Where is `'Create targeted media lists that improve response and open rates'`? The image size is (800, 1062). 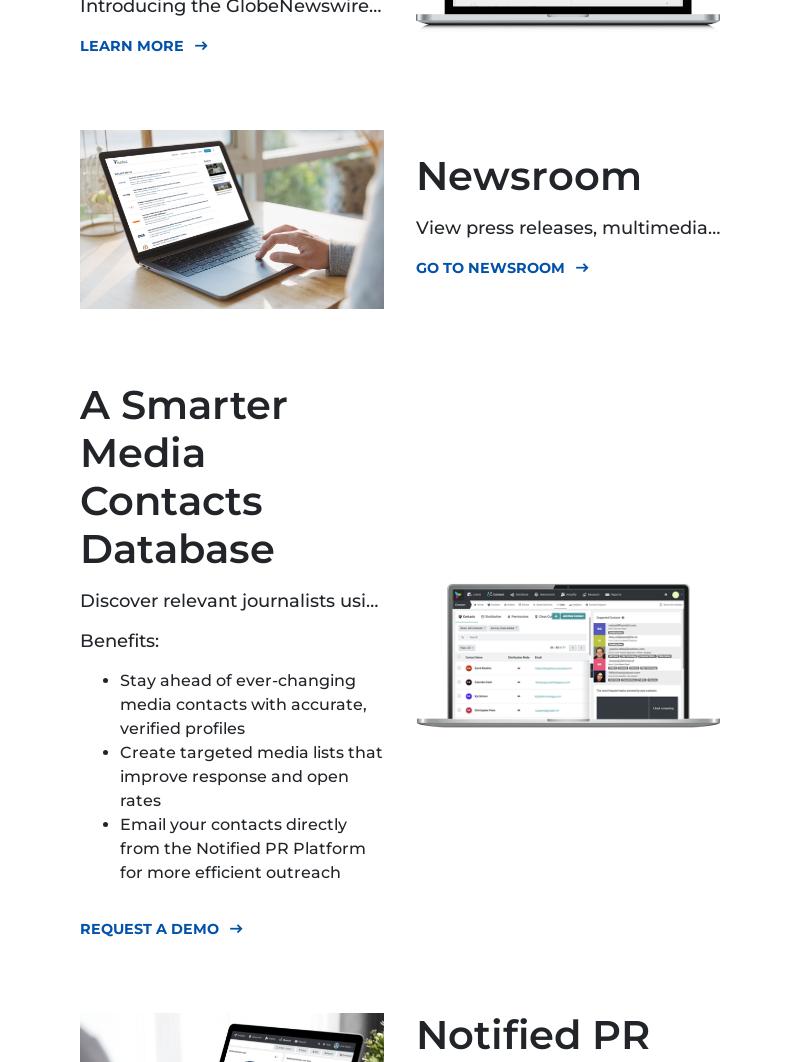
'Create targeted media lists that improve response and open rates' is located at coordinates (119, 776).